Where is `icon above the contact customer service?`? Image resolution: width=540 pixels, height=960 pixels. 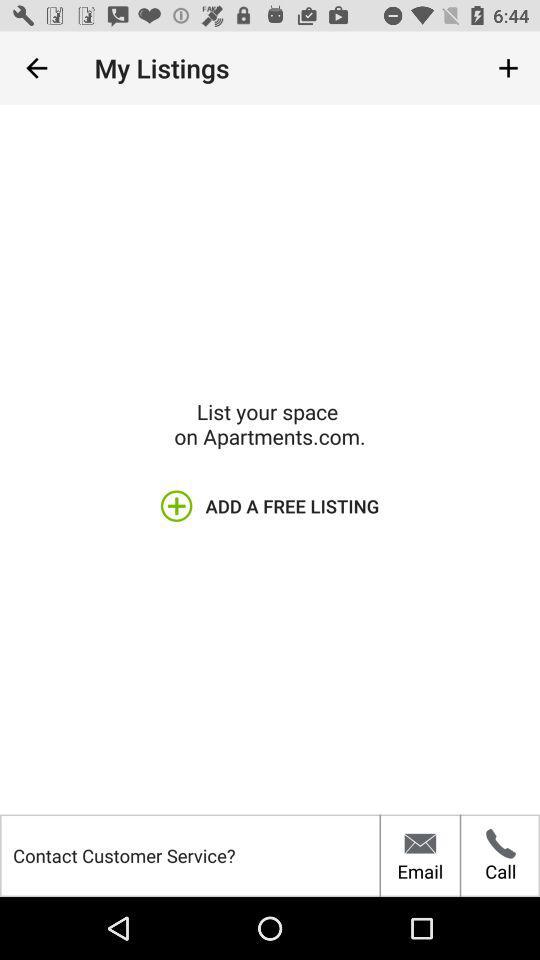 icon above the contact customer service? is located at coordinates (36, 68).